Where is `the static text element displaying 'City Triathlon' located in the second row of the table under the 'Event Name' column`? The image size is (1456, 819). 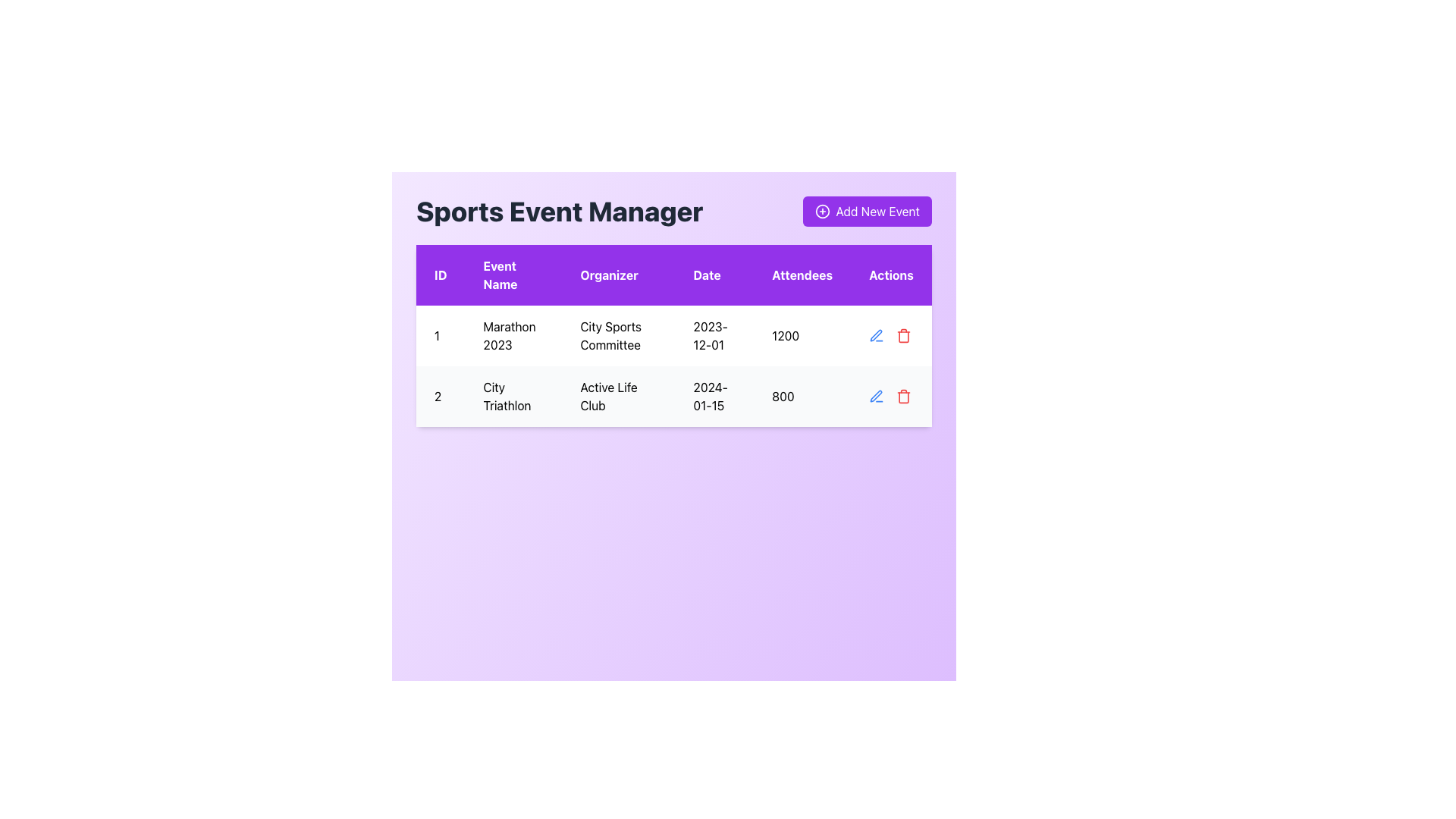
the static text element displaying 'City Triathlon' located in the second row of the table under the 'Event Name' column is located at coordinates (513, 396).